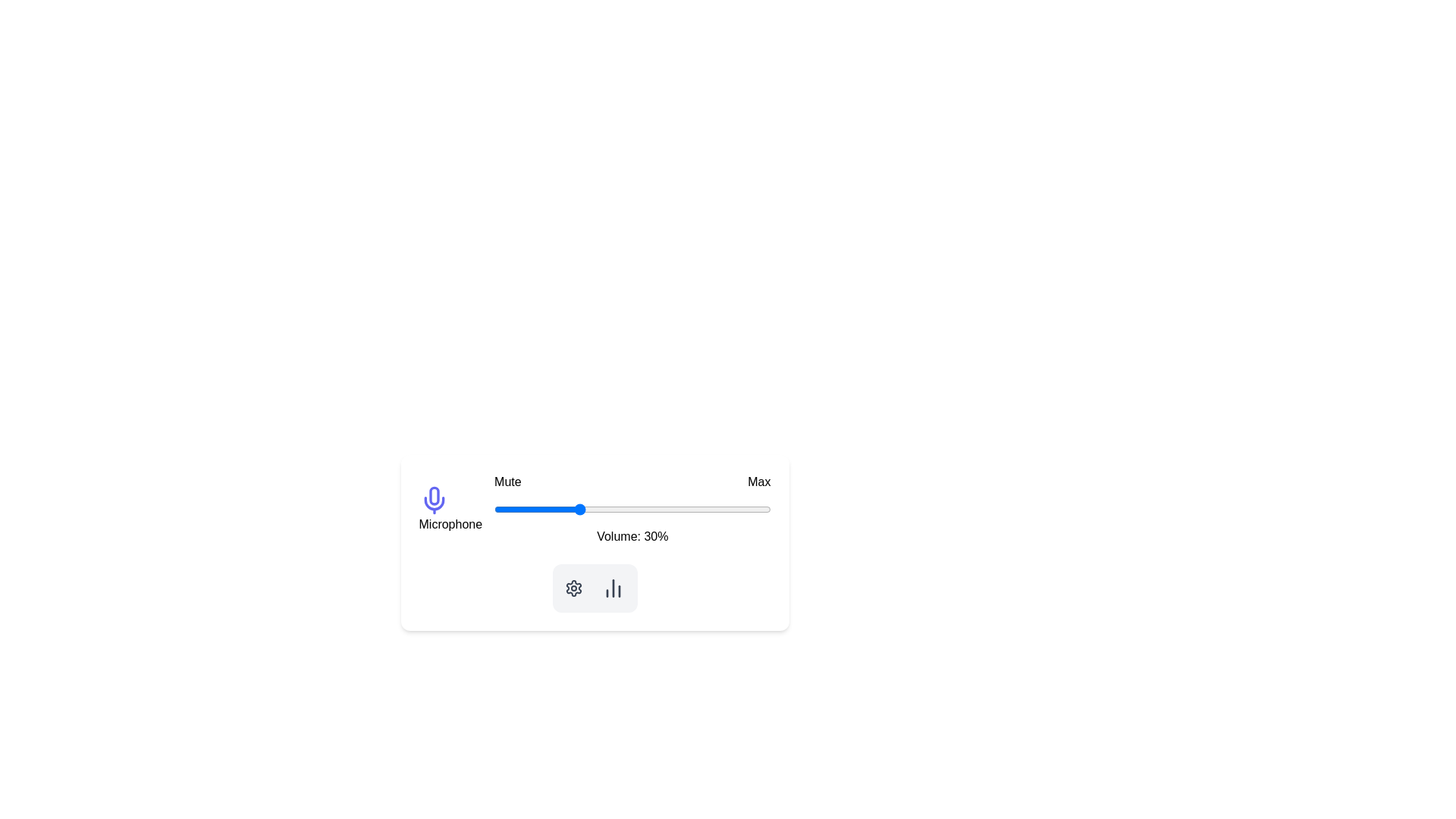 Image resolution: width=1456 pixels, height=819 pixels. I want to click on the bar chart icon to access analytics or statistics, so click(613, 587).